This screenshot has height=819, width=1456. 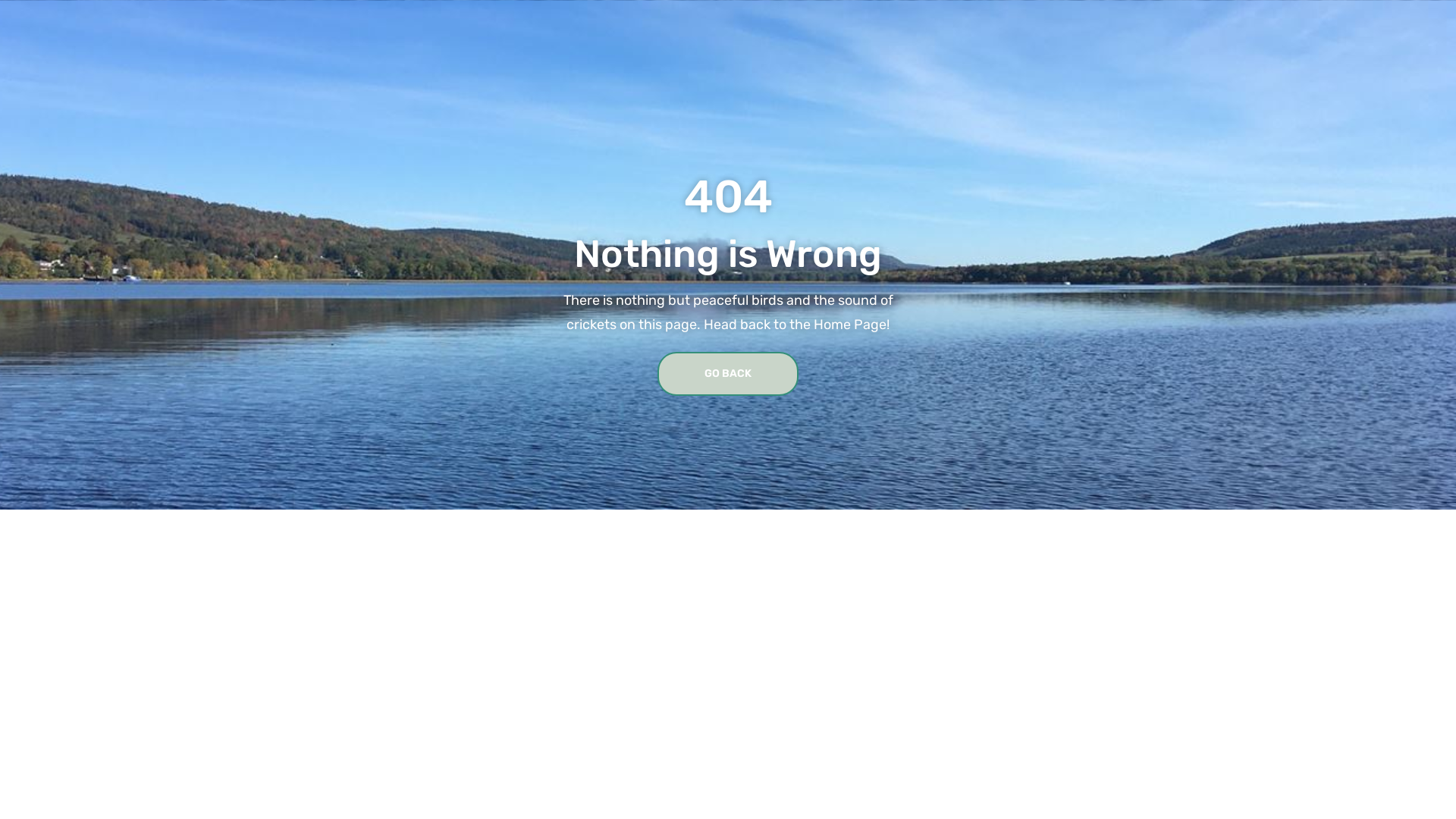 What do you see at coordinates (728, 374) in the screenshot?
I see `'GO BACK'` at bounding box center [728, 374].